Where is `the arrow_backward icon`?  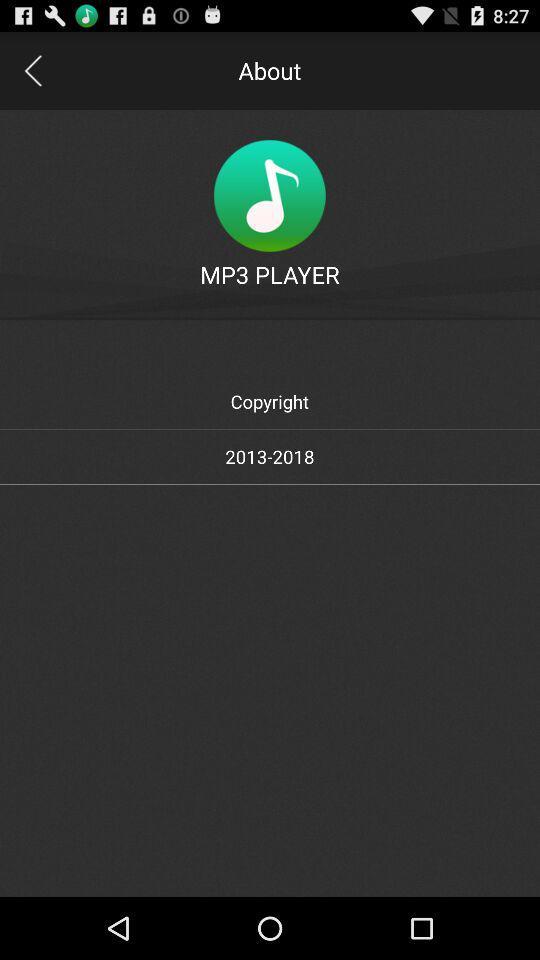 the arrow_backward icon is located at coordinates (31, 75).